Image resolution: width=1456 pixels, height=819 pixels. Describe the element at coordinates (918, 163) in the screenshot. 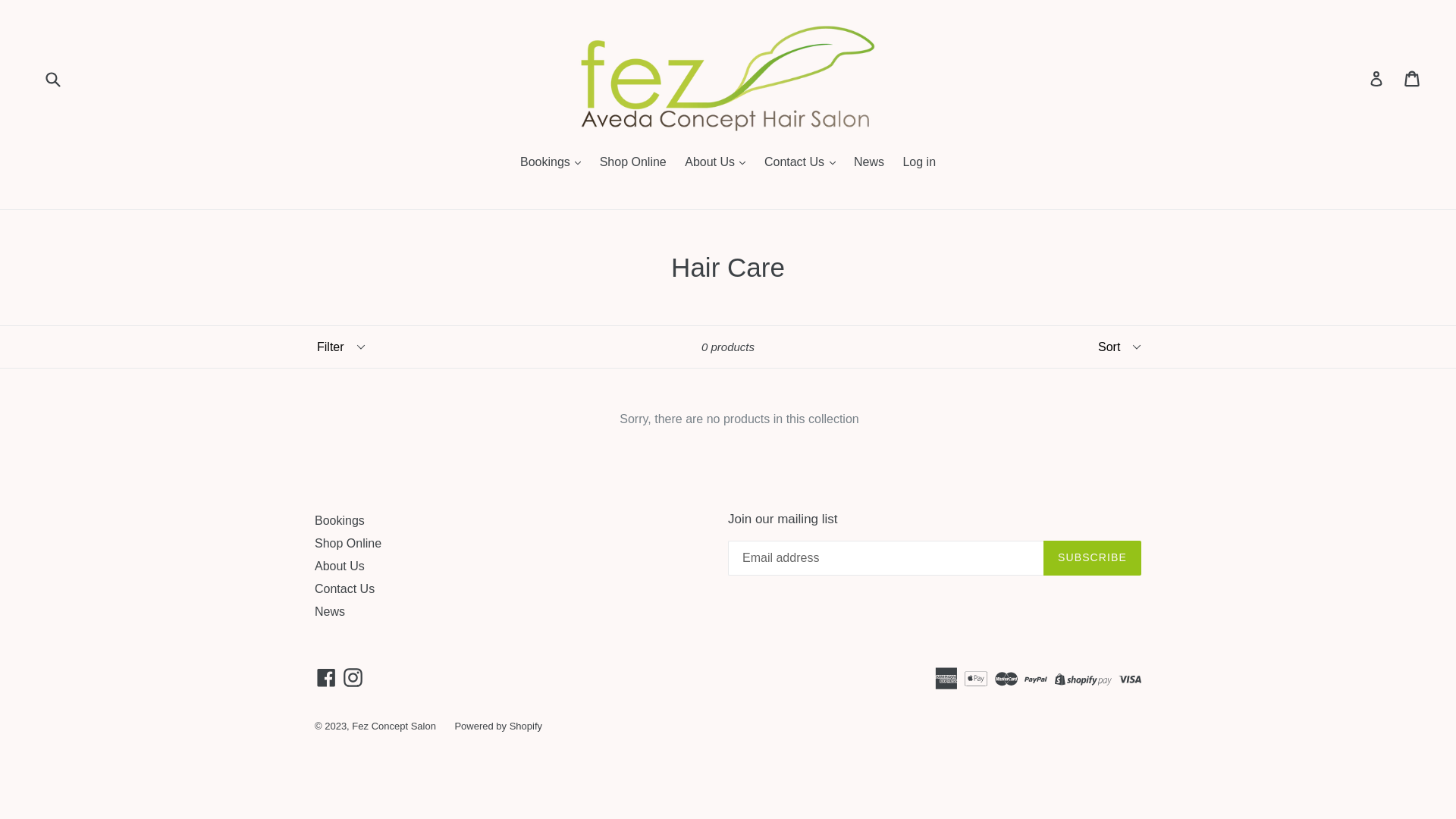

I see `'Log in'` at that location.